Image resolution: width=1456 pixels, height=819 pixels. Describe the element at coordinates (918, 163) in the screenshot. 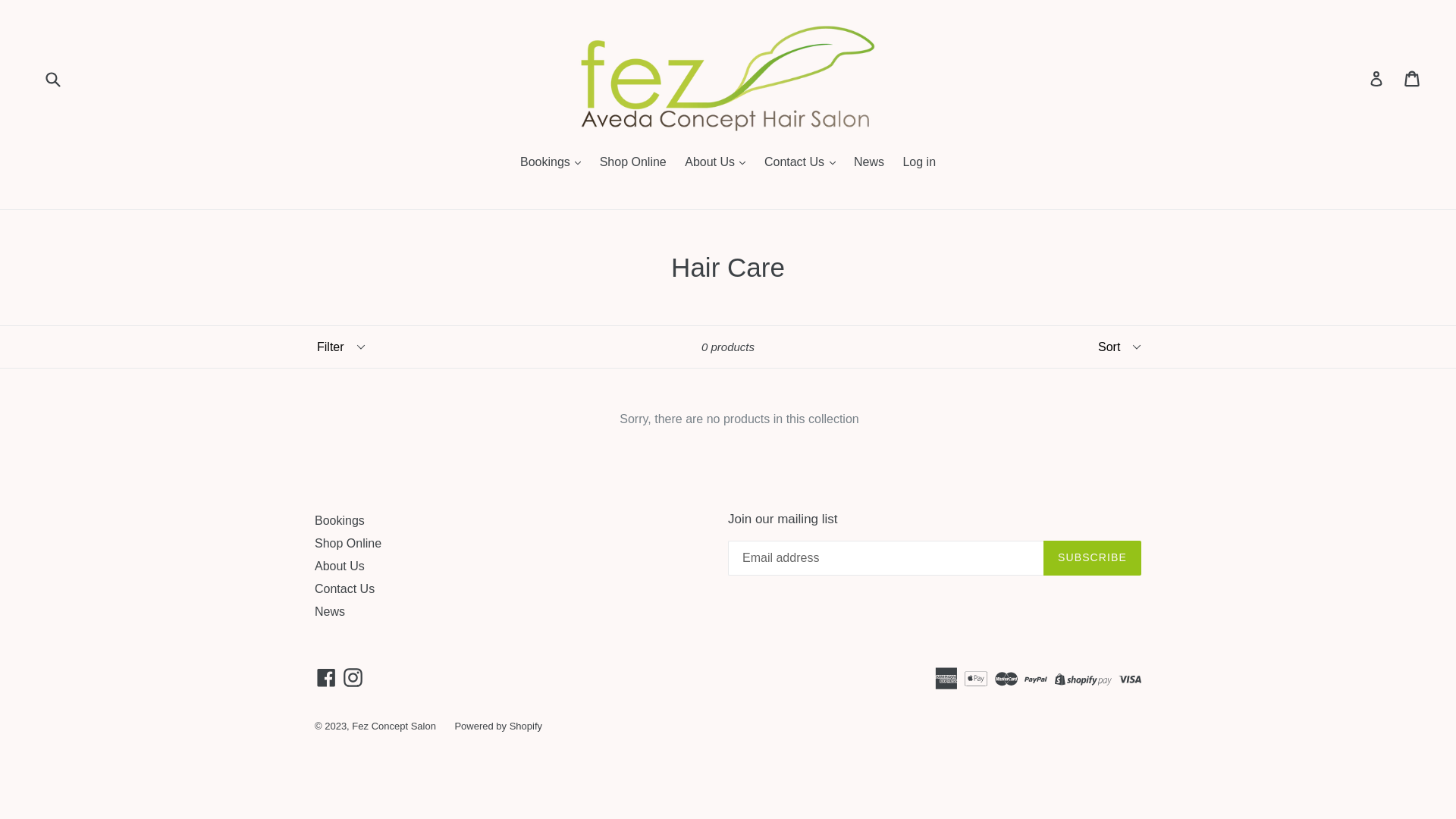

I see `'Log in'` at that location.